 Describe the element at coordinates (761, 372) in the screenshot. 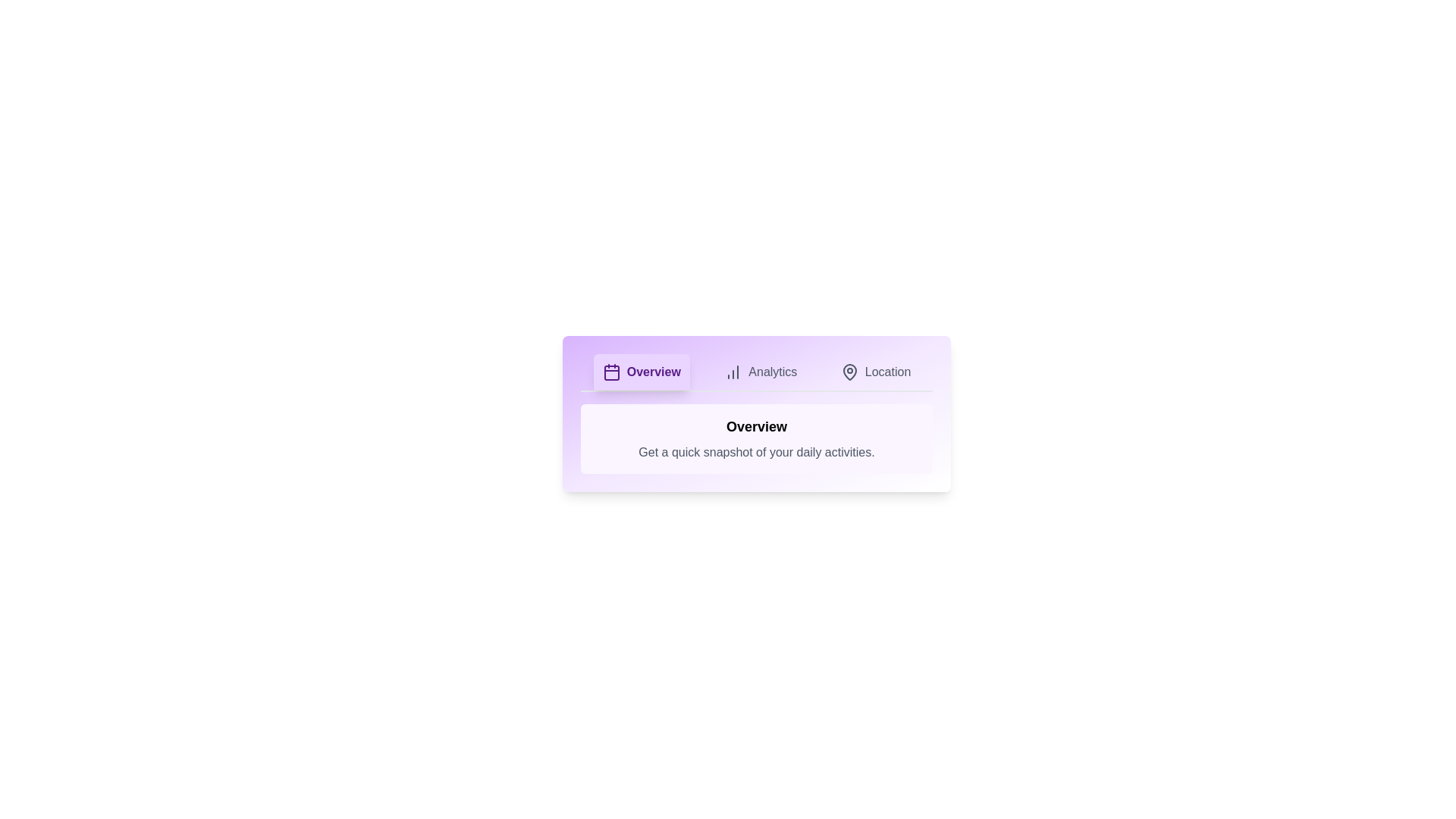

I see `the Analytics tab by clicking on its button` at that location.